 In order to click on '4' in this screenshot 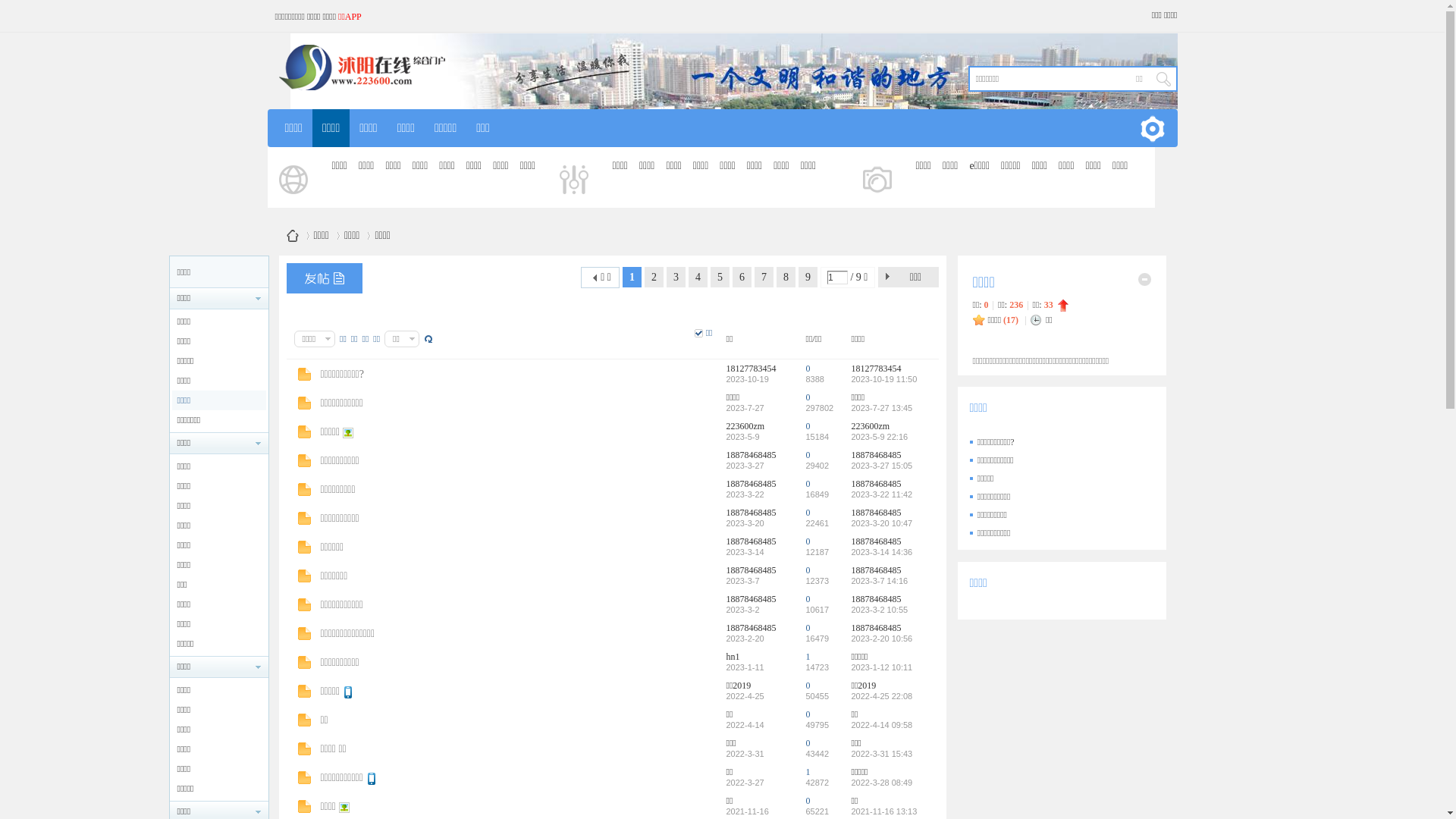, I will do `click(697, 277)`.